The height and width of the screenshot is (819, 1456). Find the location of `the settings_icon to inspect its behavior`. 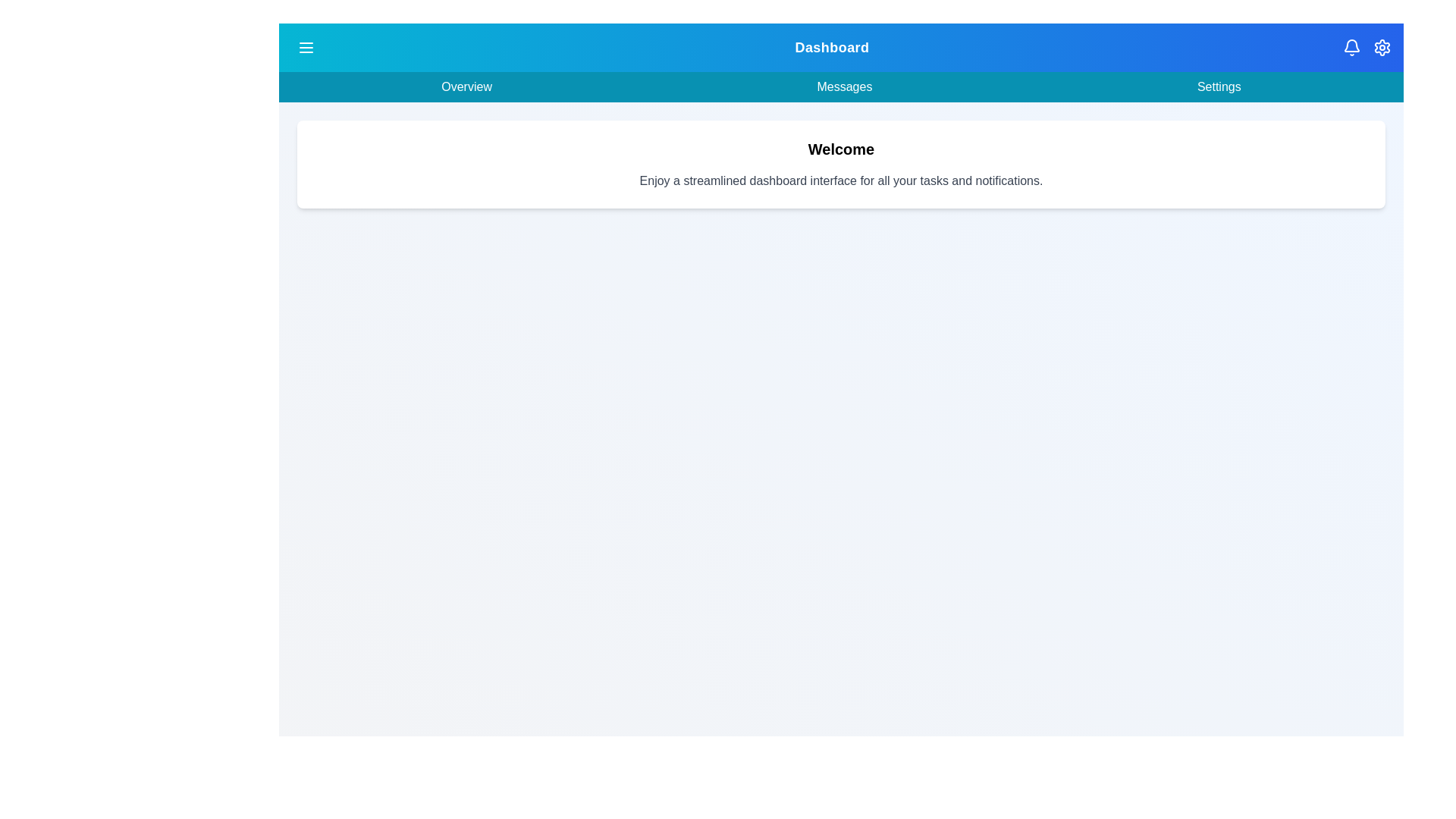

the settings_icon to inspect its behavior is located at coordinates (1382, 46).